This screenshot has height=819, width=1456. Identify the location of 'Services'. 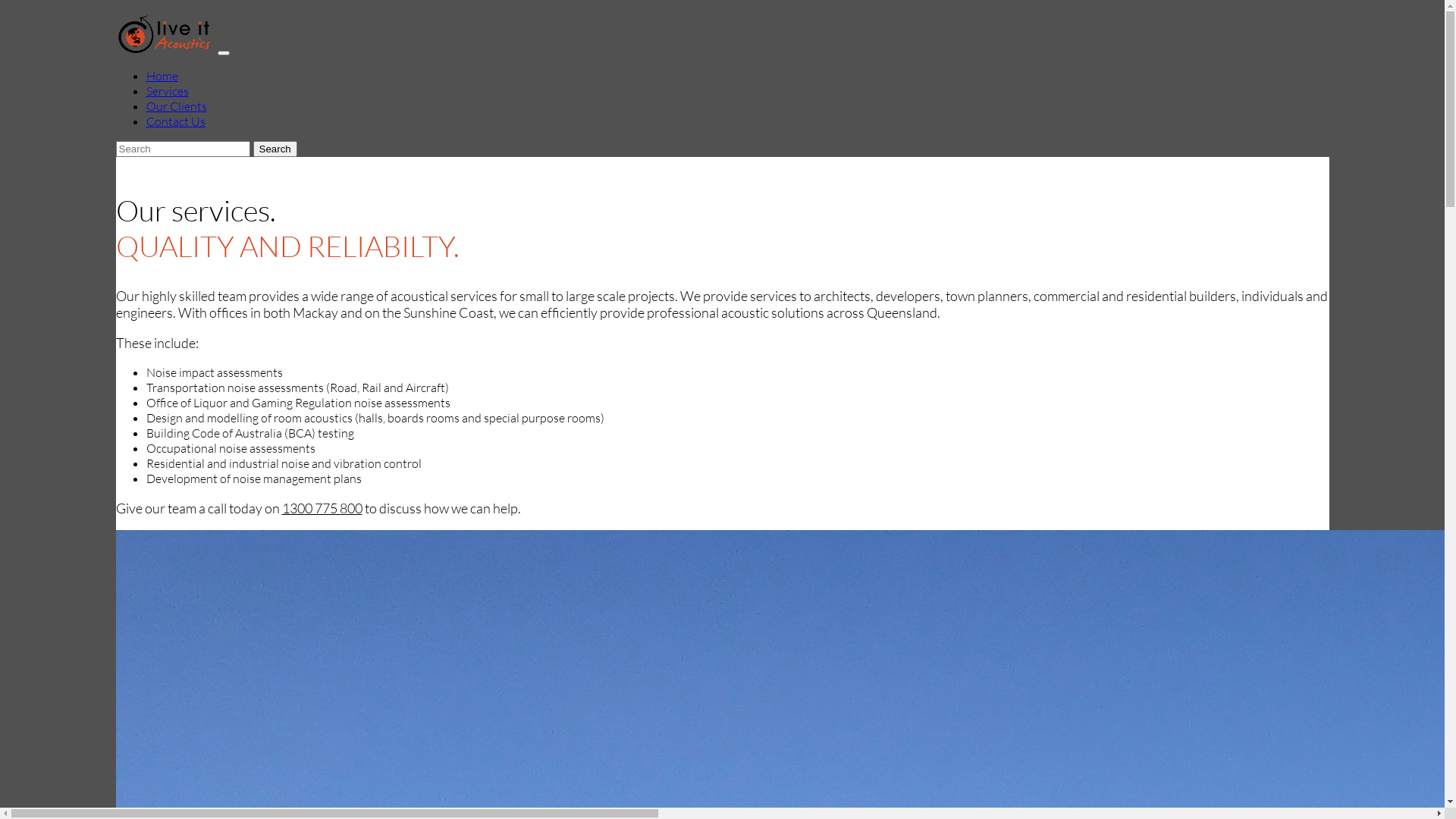
(167, 90).